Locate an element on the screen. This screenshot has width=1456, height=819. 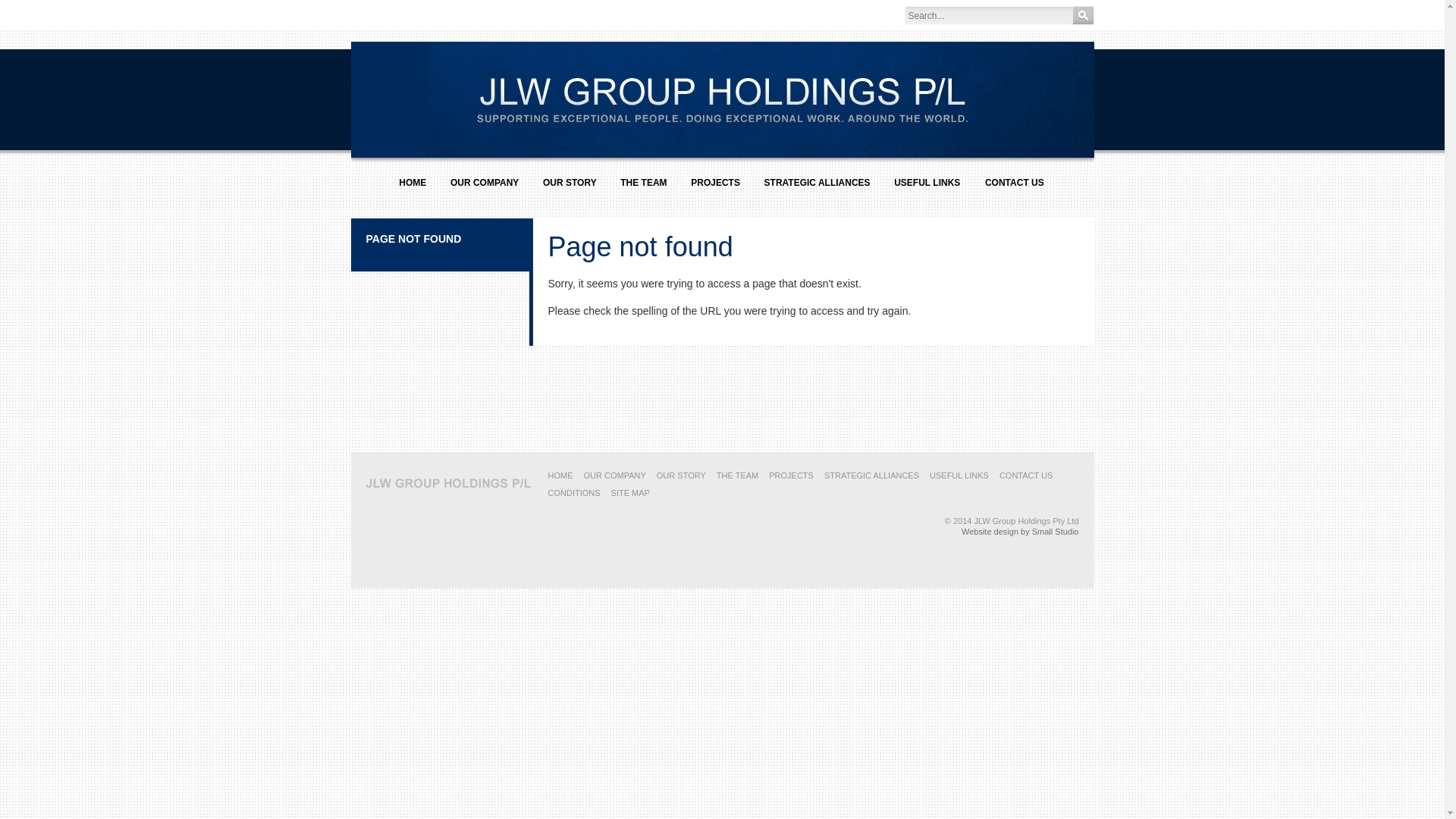
'SITE MAP' is located at coordinates (630, 493).